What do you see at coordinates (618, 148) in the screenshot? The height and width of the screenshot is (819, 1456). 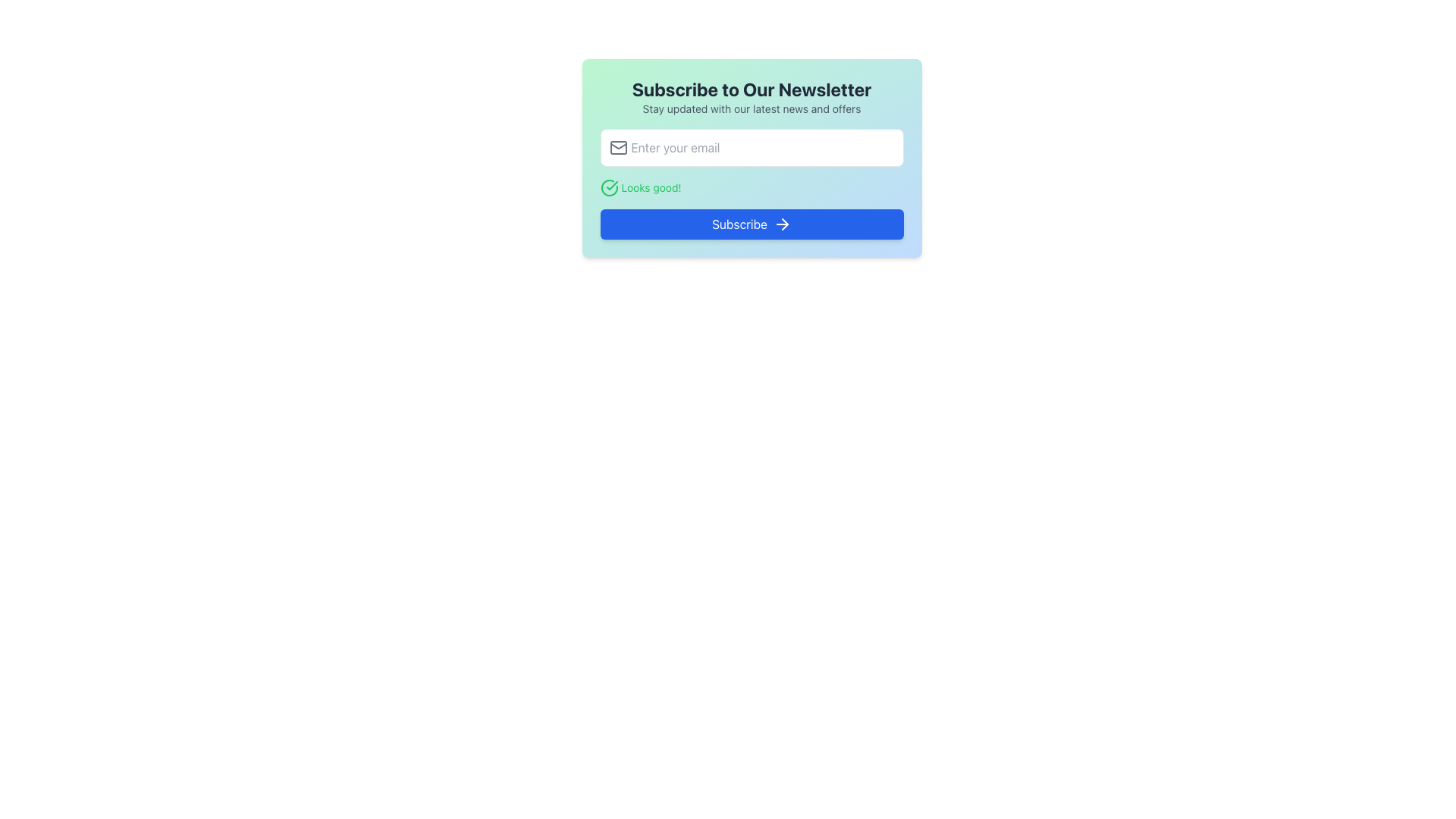 I see `the decorative SVG envelope element located to the left of the email input field in the newsletter subscription form` at bounding box center [618, 148].